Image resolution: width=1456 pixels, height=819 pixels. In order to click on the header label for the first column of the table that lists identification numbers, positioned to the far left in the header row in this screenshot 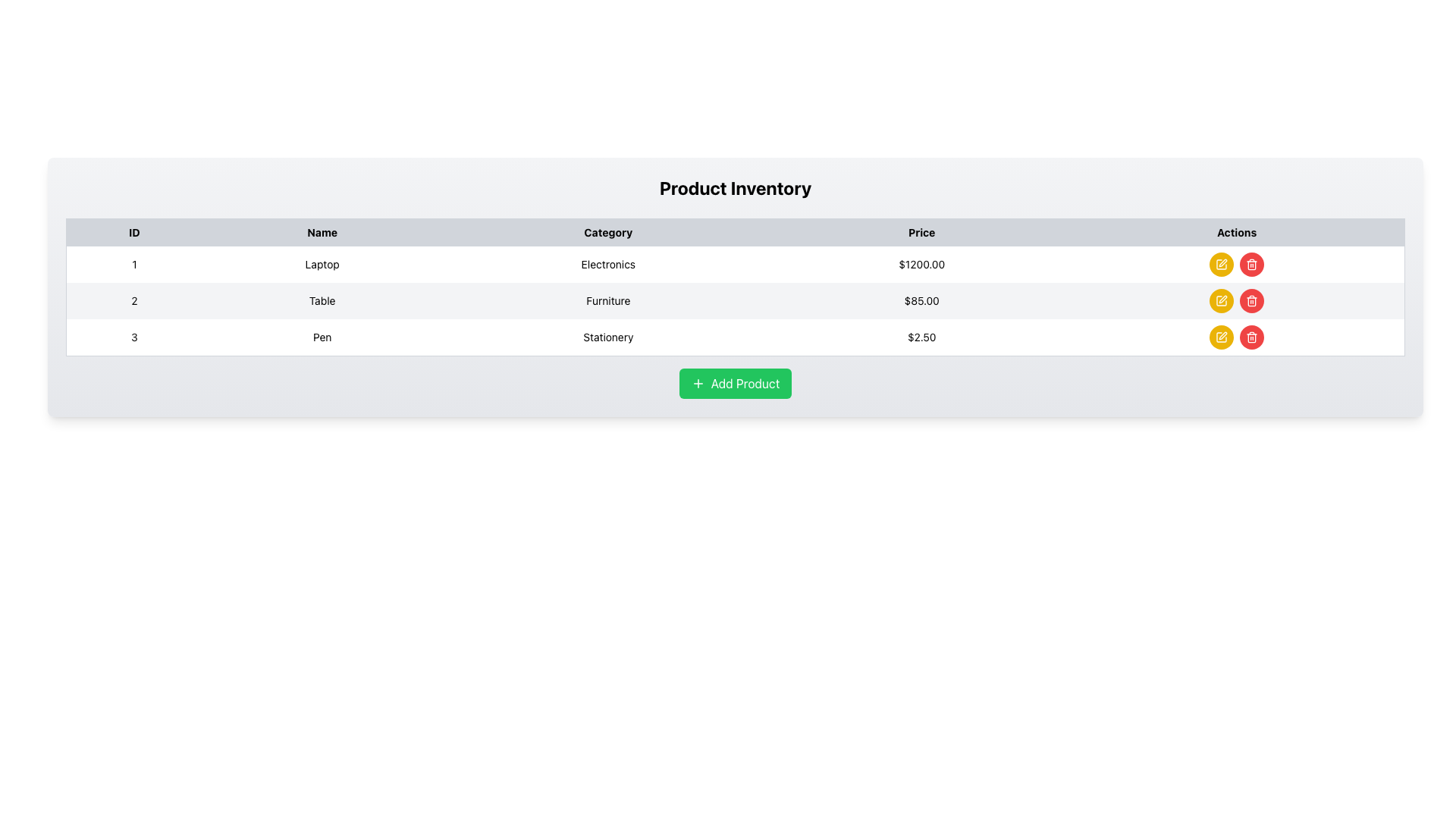, I will do `click(134, 232)`.